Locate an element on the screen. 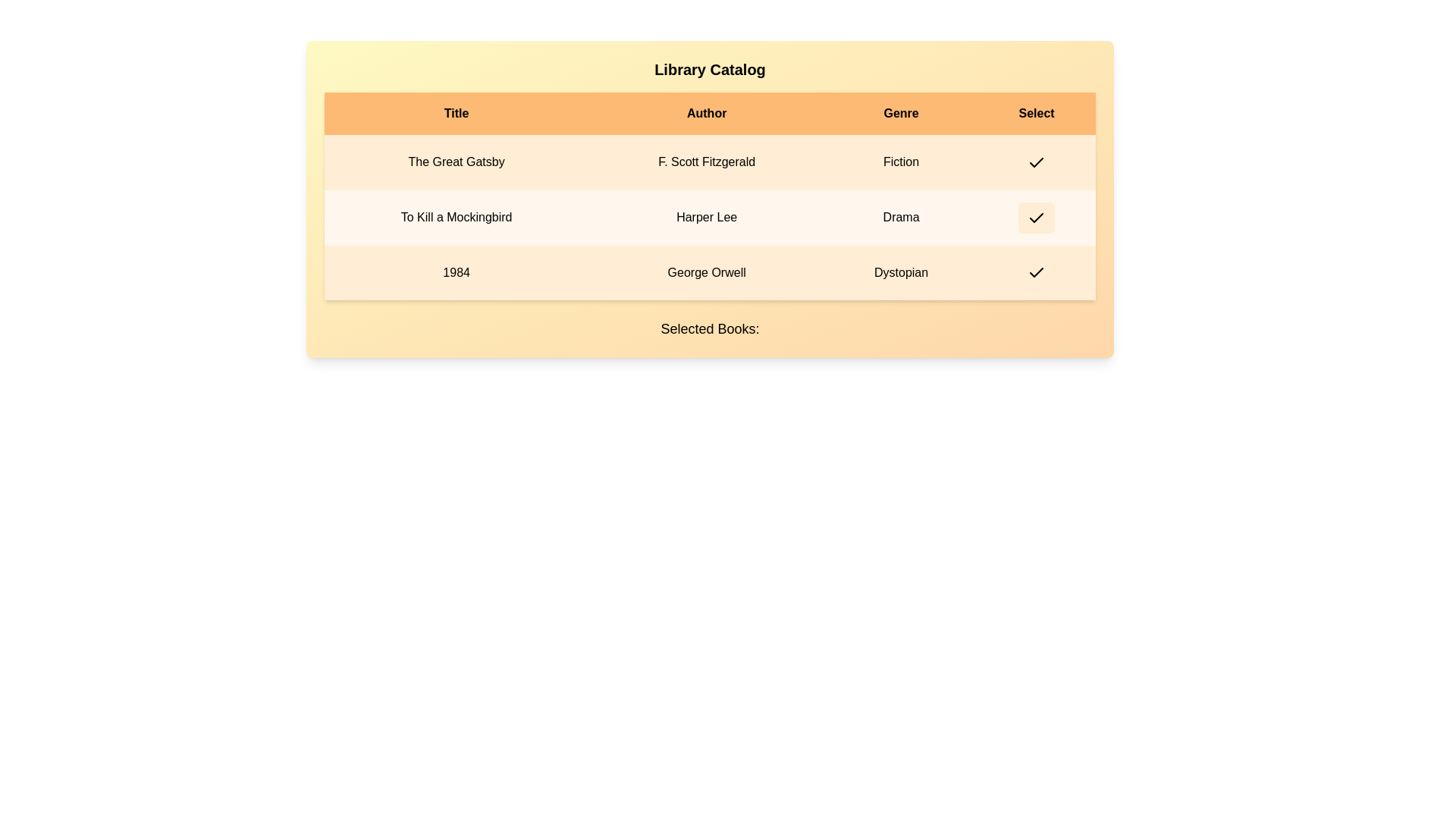 The width and height of the screenshot is (1456, 819). the checkmark icon in the fourth column of the last row of the grid table is located at coordinates (1036, 271).